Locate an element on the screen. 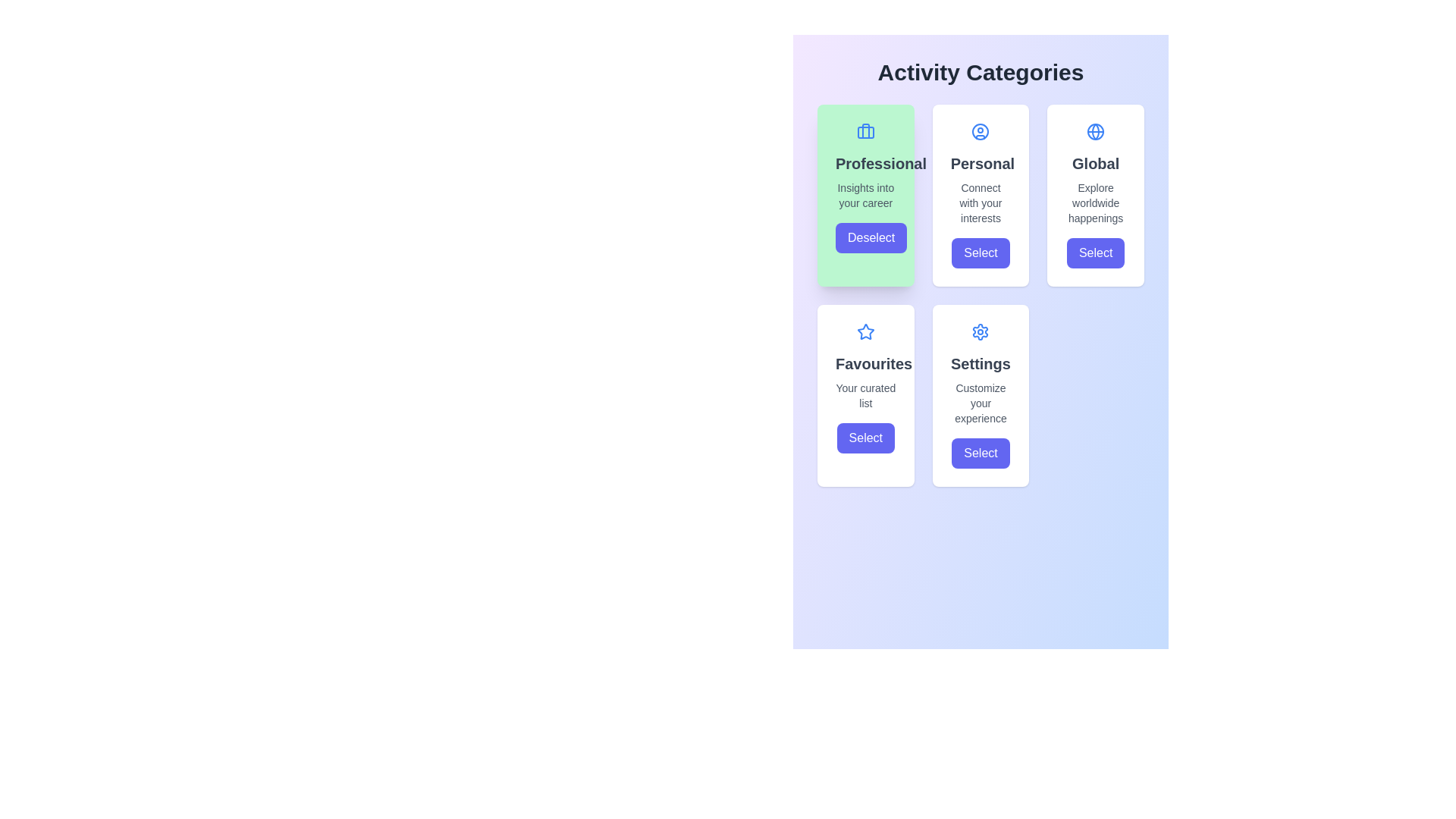  the text element displaying 'Insights into your career' in gray color, located below the 'Professional' title within the green card element is located at coordinates (865, 195).